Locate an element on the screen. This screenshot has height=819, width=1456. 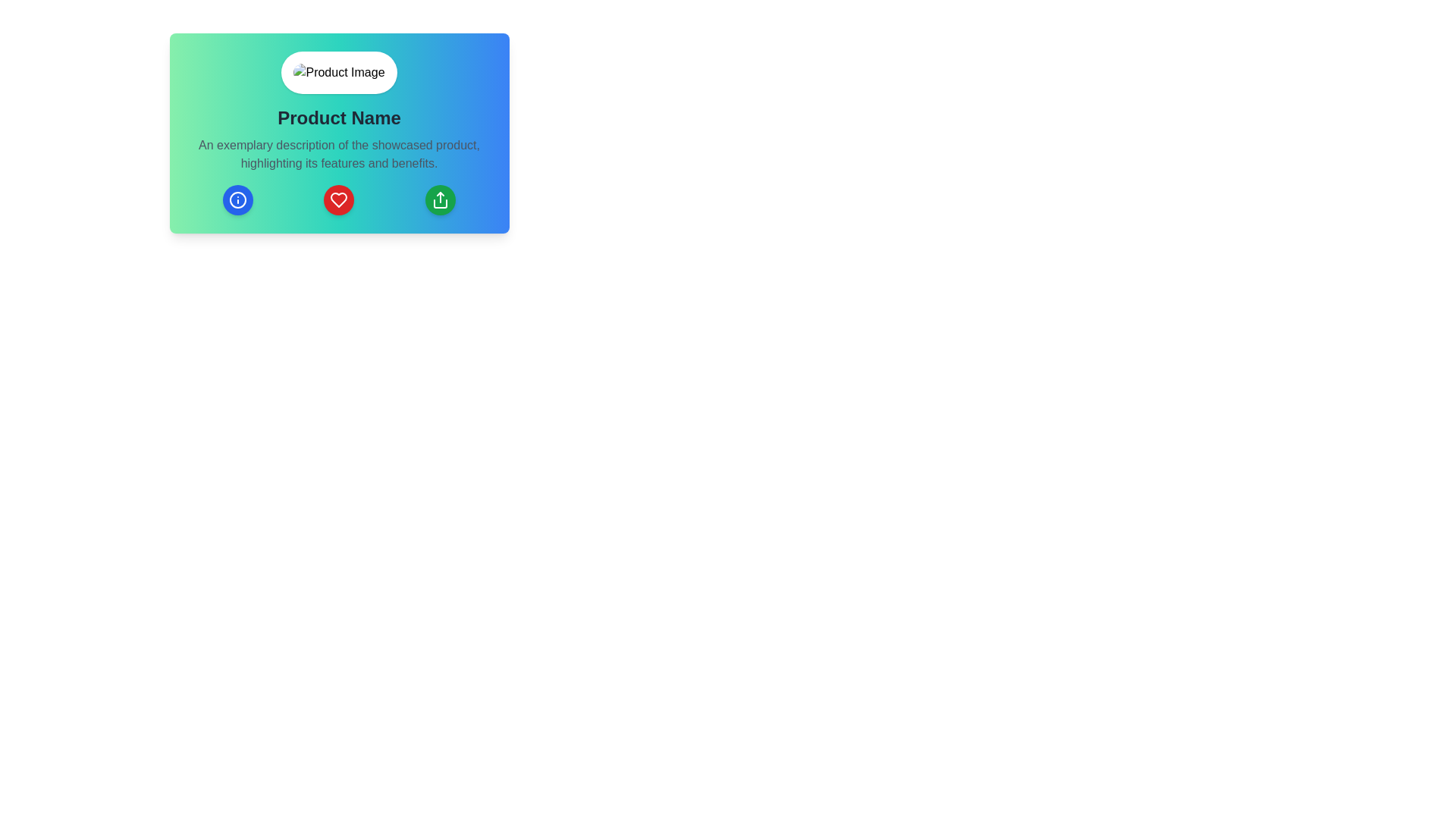
the informational circle icon located at the leftmost position of the three icons near the bottom of the product card is located at coordinates (237, 199).